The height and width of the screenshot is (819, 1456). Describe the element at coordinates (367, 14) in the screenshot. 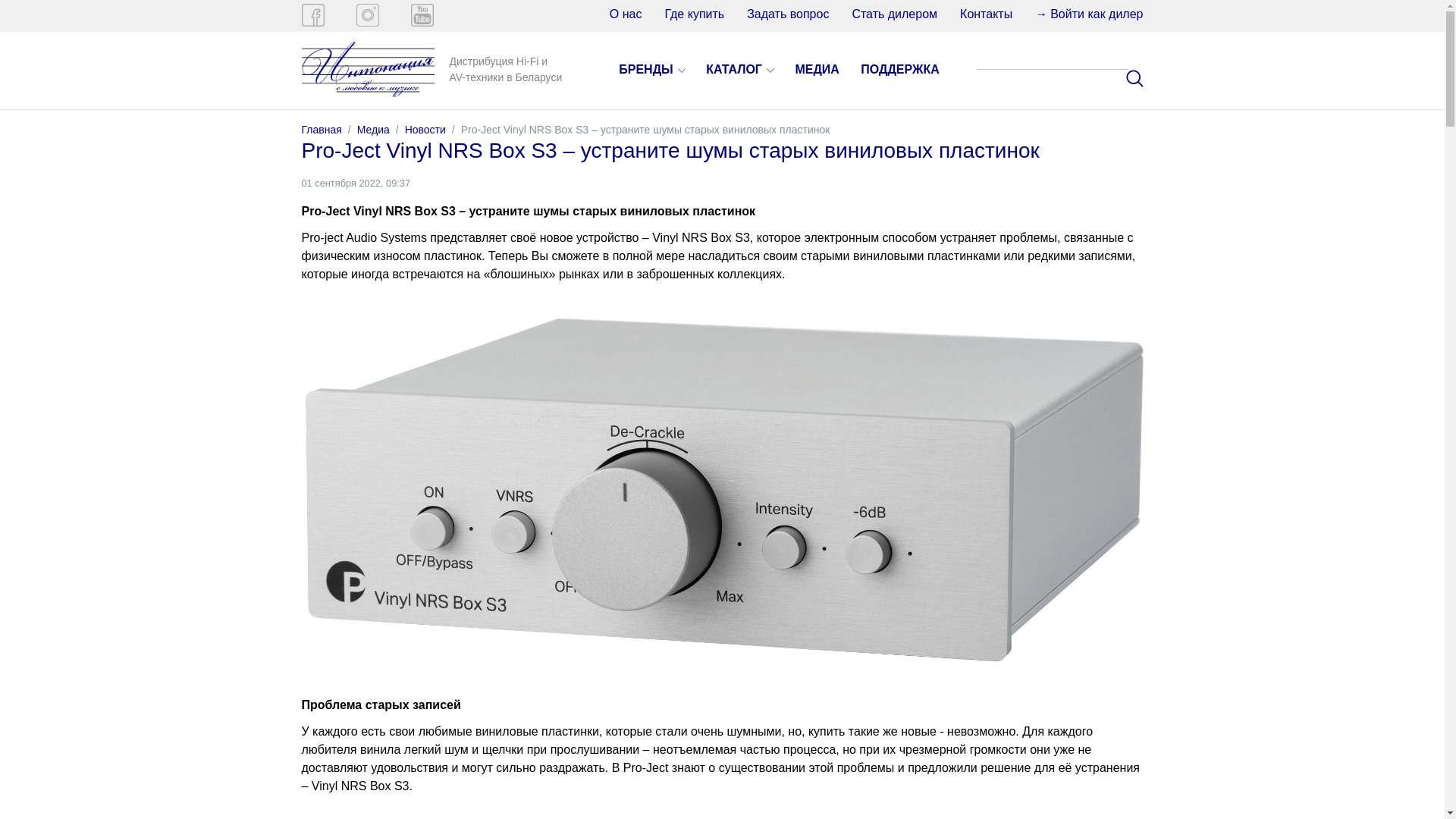

I see `'Instagram'` at that location.